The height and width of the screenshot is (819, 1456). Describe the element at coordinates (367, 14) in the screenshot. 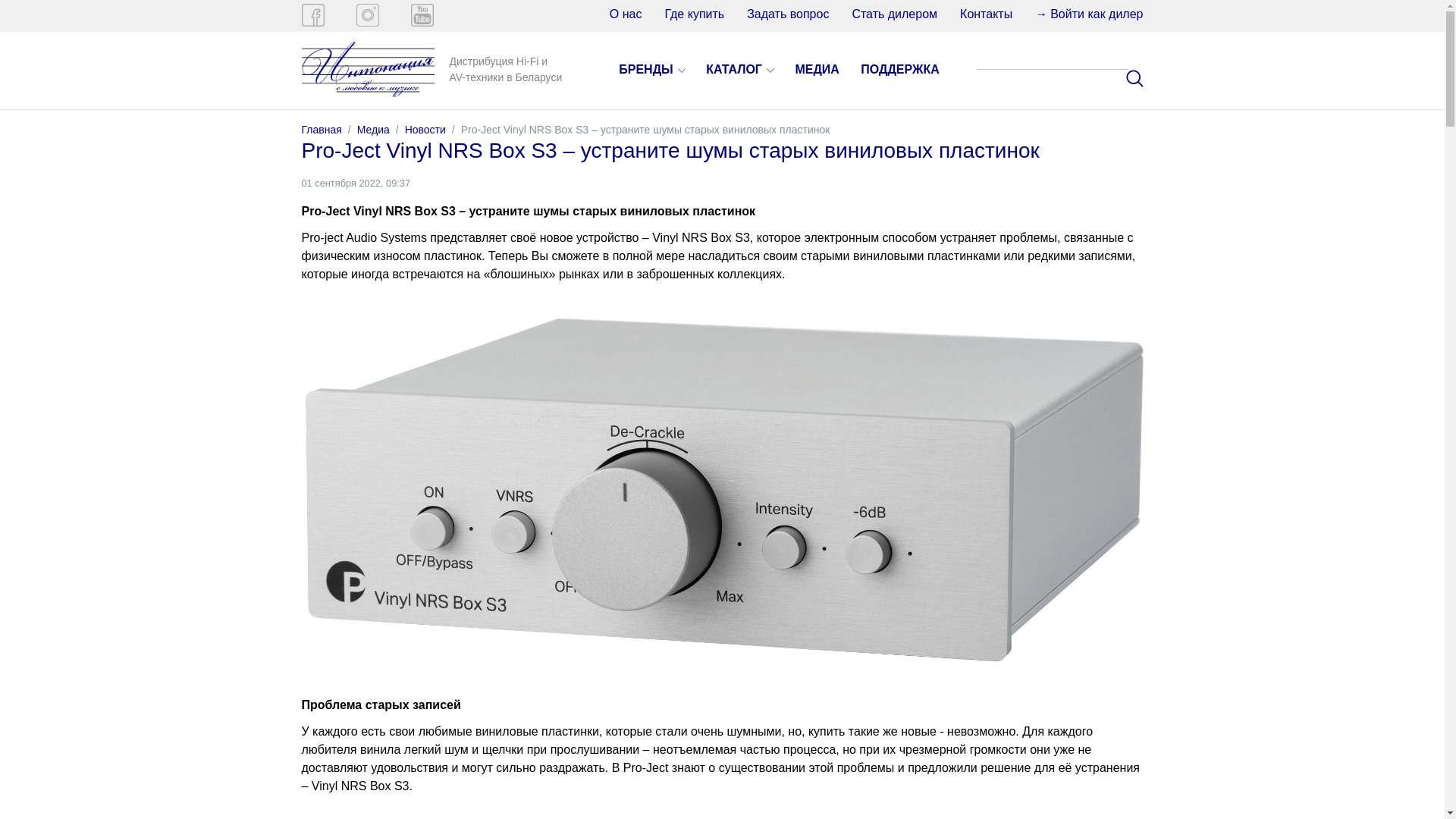

I see `'Instagram'` at that location.